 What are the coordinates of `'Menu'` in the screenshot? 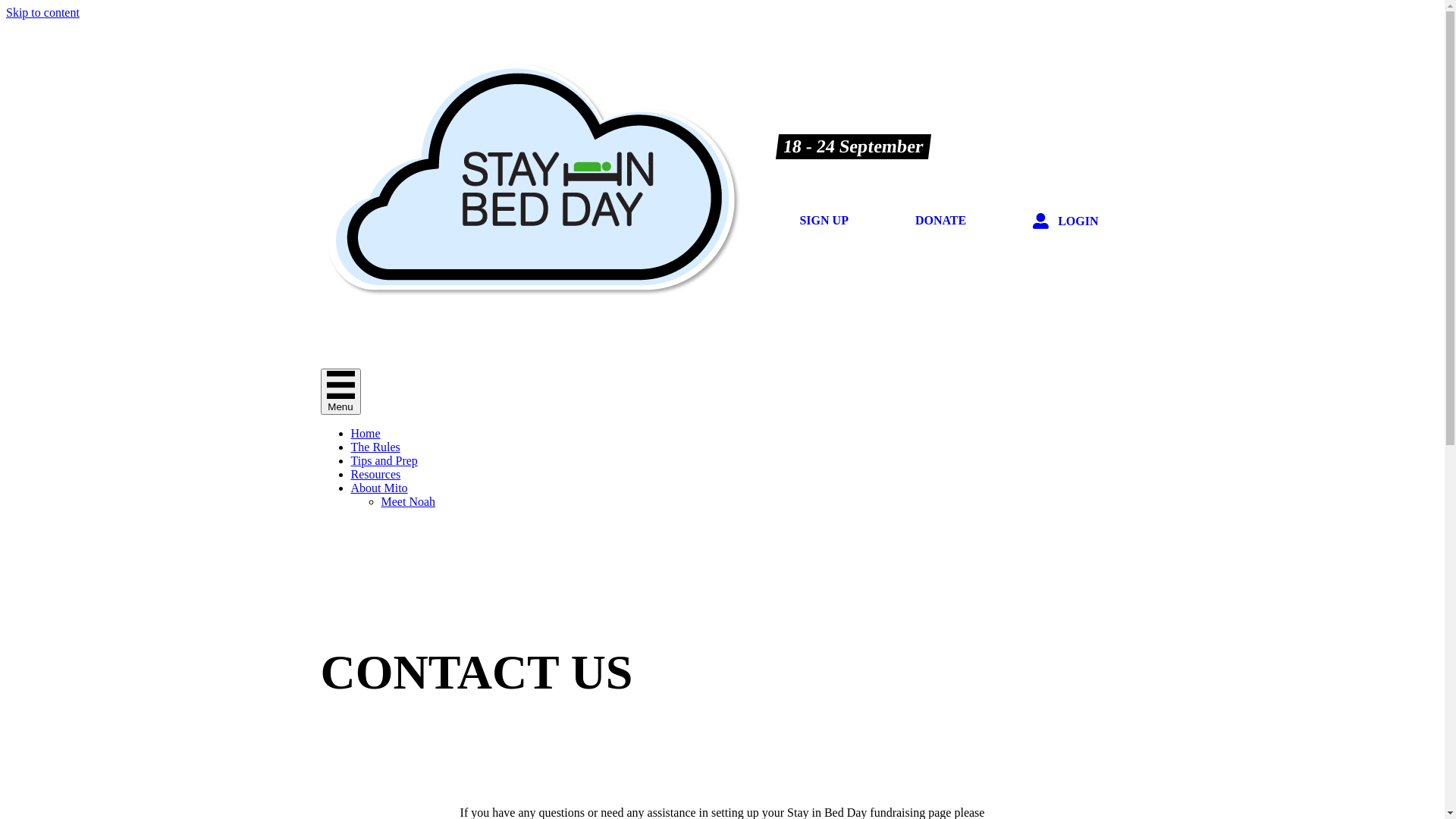 It's located at (339, 391).